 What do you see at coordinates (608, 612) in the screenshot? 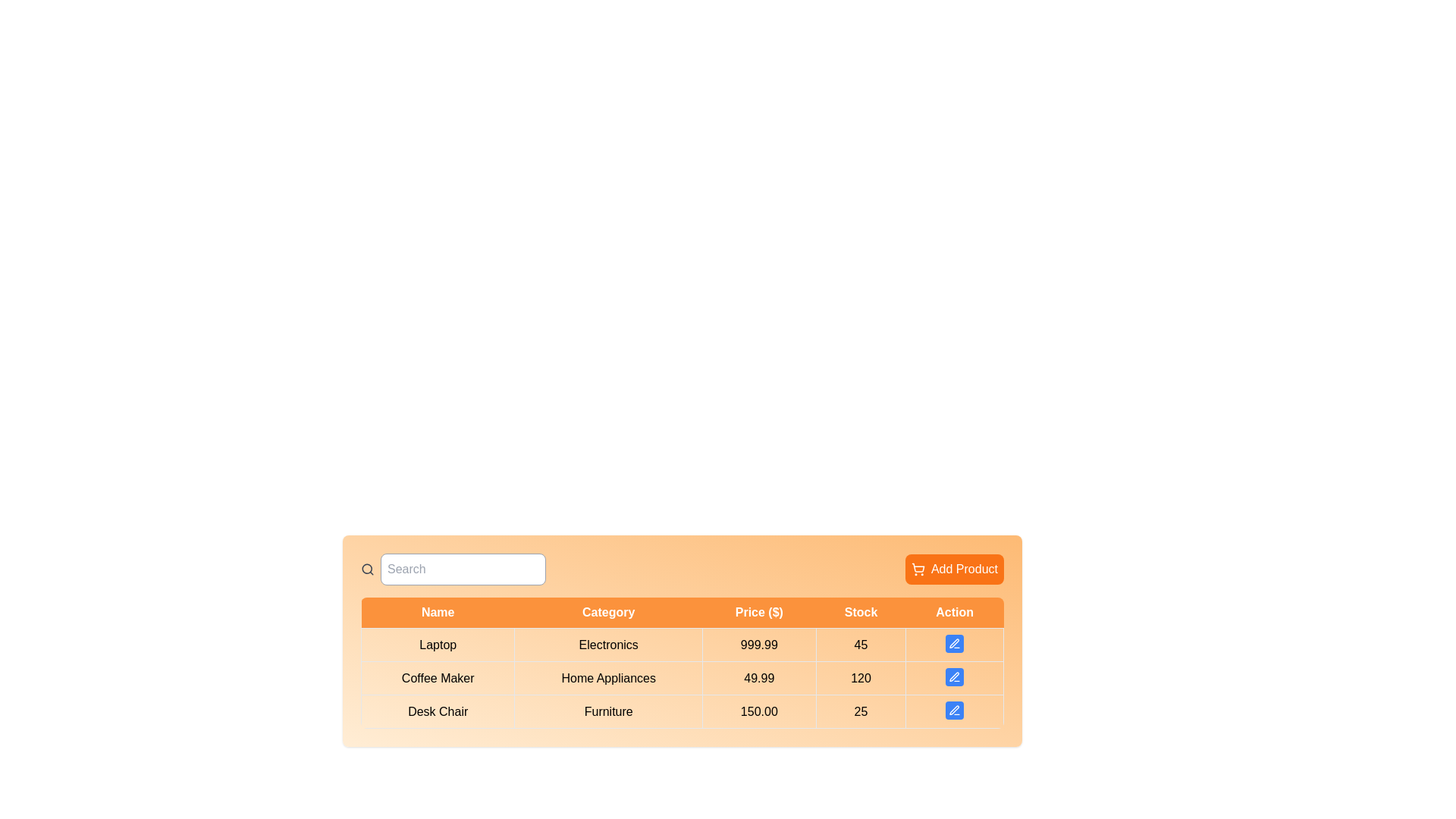
I see `the 'Category' header cell in the table to sort data by this column` at bounding box center [608, 612].